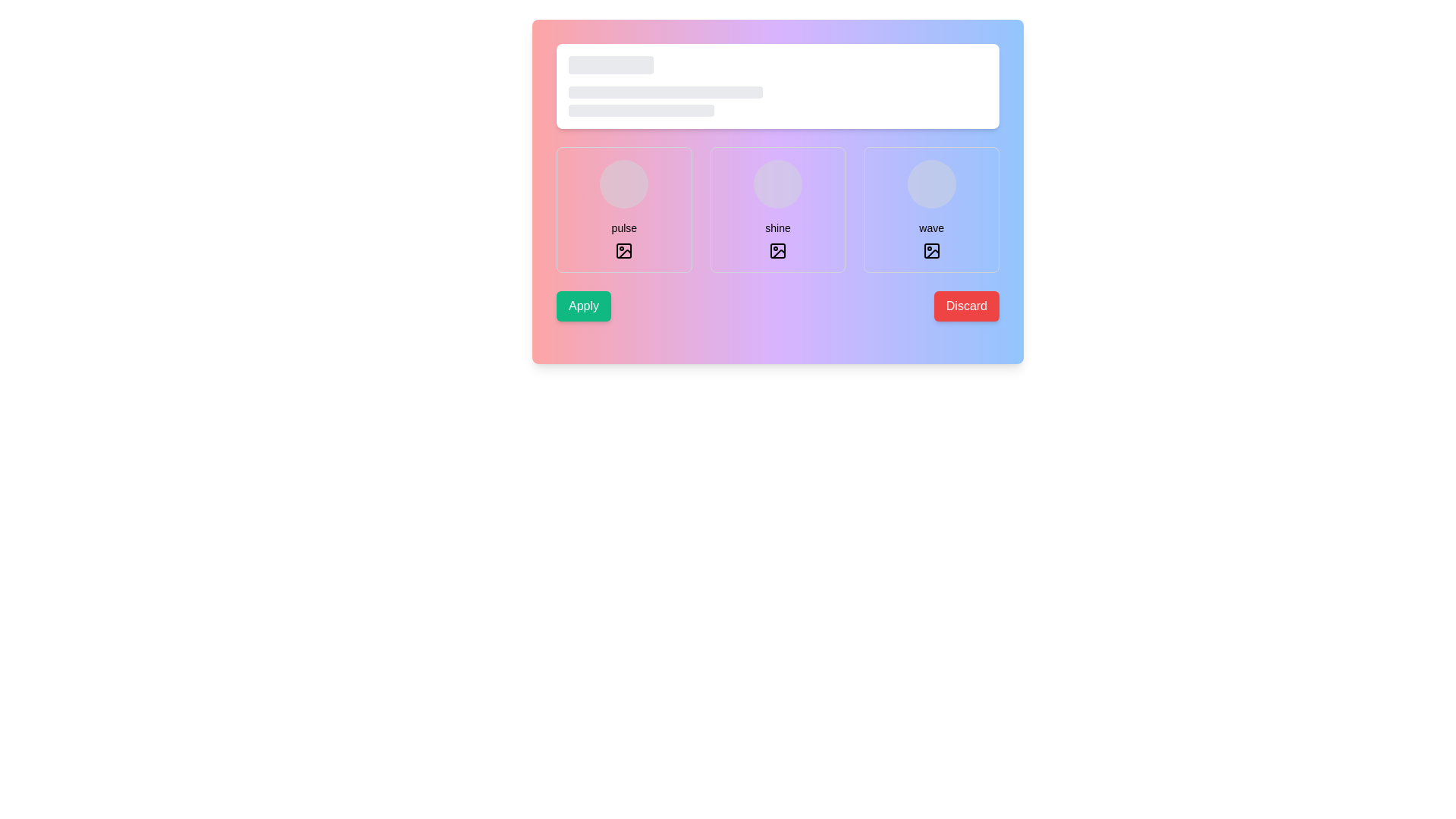  Describe the element at coordinates (965, 306) in the screenshot. I see `the red rectangular button labeled 'Discard'` at that location.